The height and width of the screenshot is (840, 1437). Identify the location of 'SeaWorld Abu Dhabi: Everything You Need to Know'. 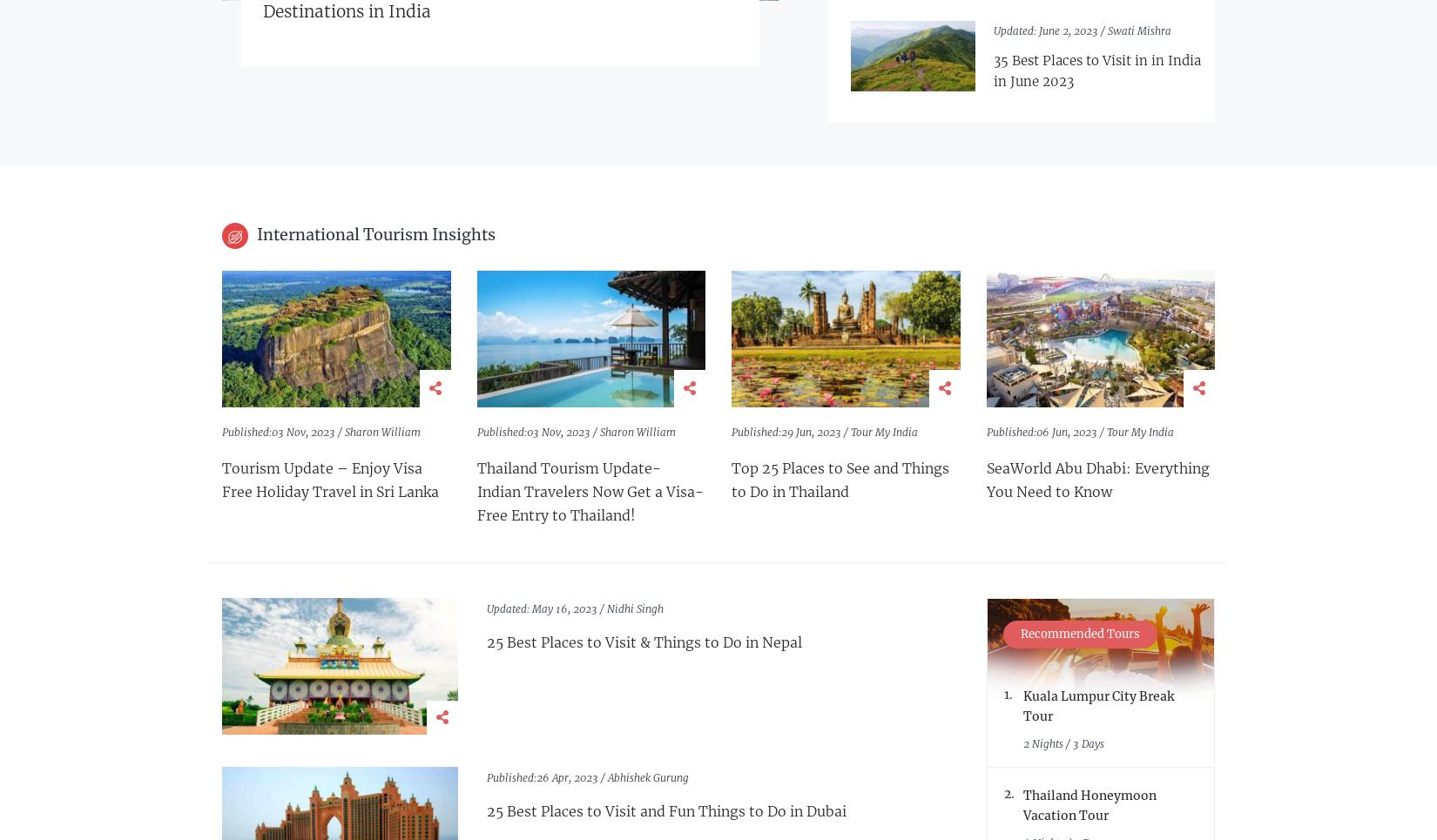
(1096, 478).